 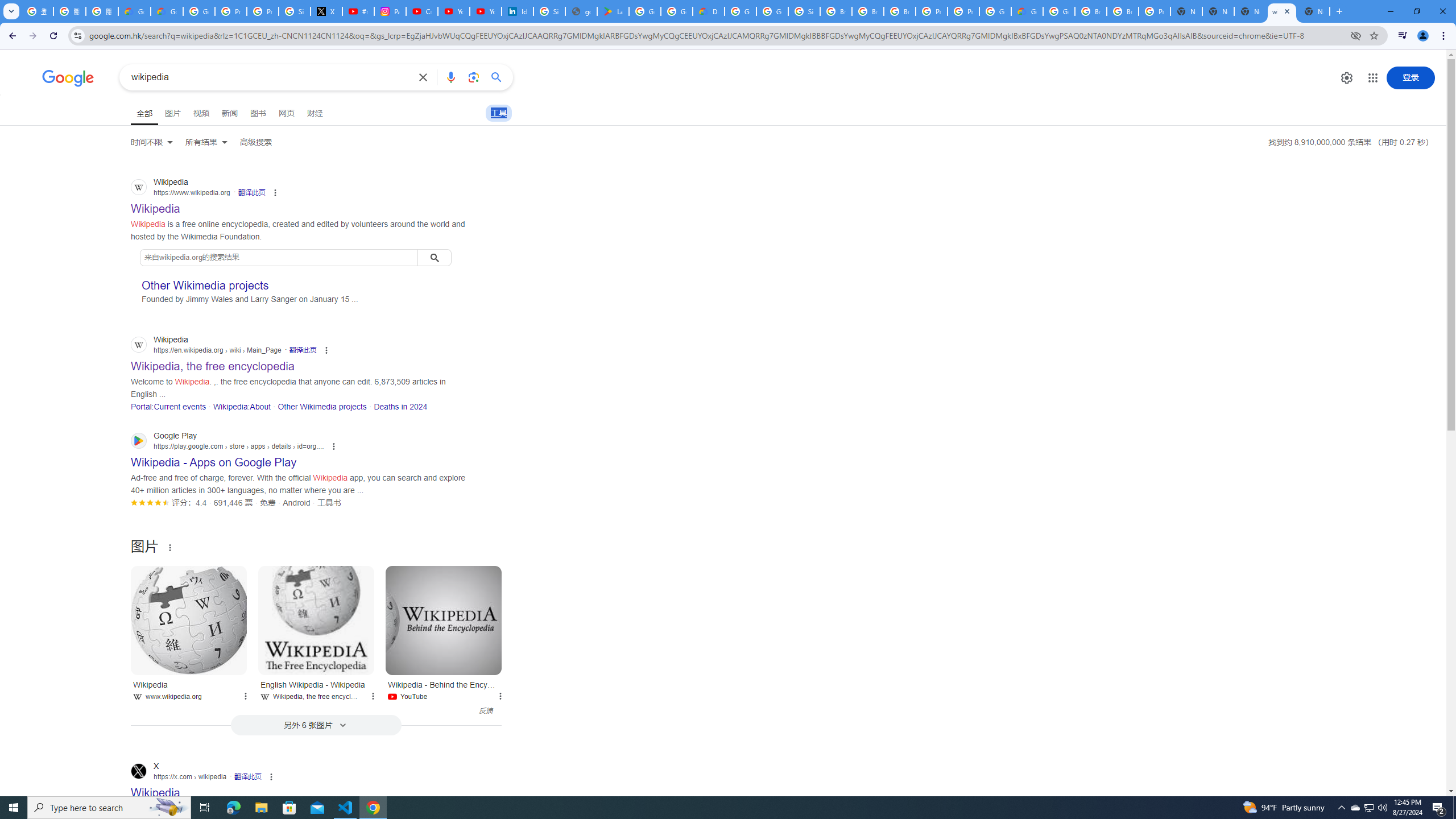 I want to click on 'Wikipedia www.wikipedia.org', so click(x=188, y=688).